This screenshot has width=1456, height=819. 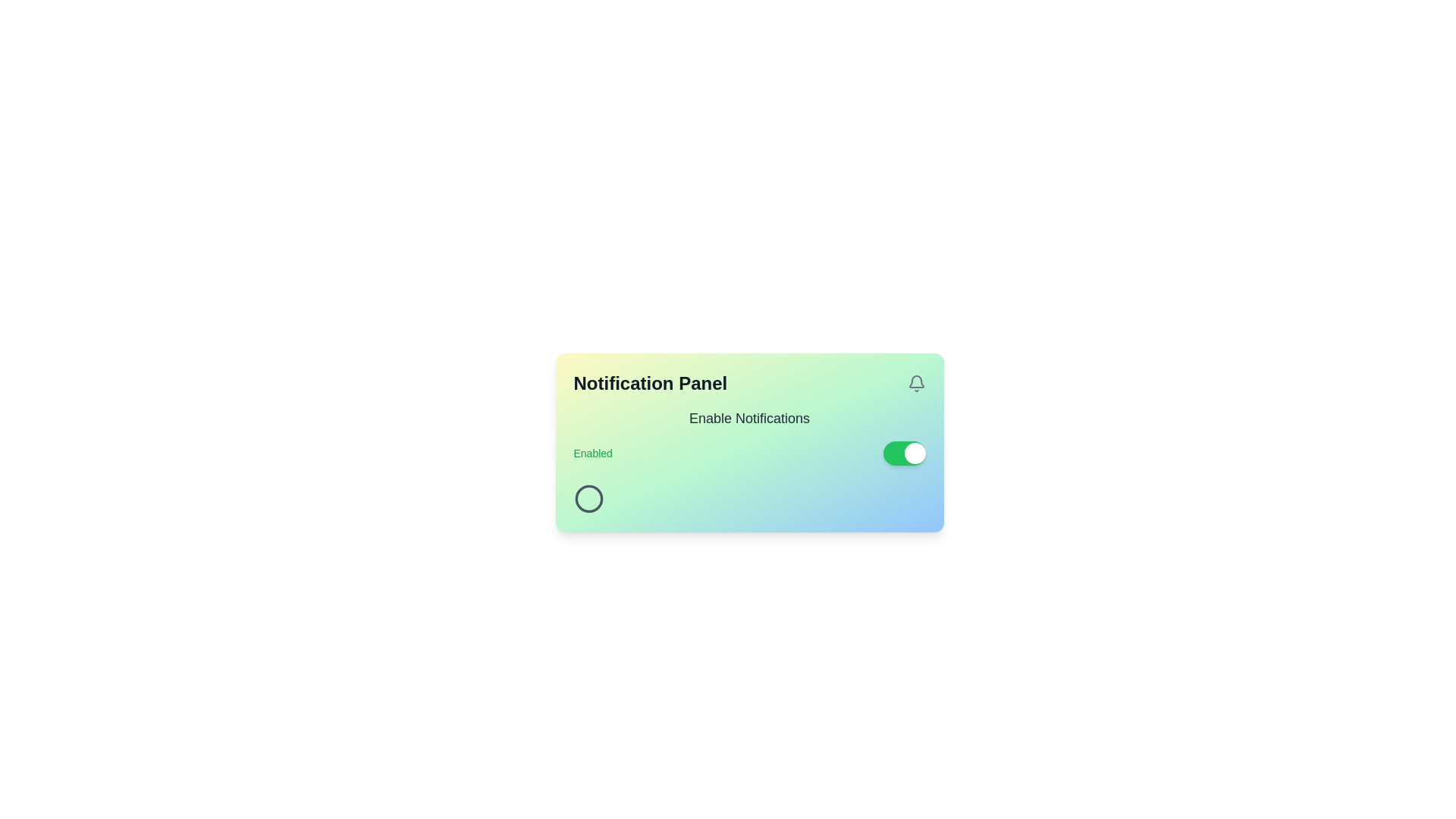 What do you see at coordinates (915, 381) in the screenshot?
I see `the bell icon located at the top-right corner of the notification panel, which indicates notifications within the system interface` at bounding box center [915, 381].